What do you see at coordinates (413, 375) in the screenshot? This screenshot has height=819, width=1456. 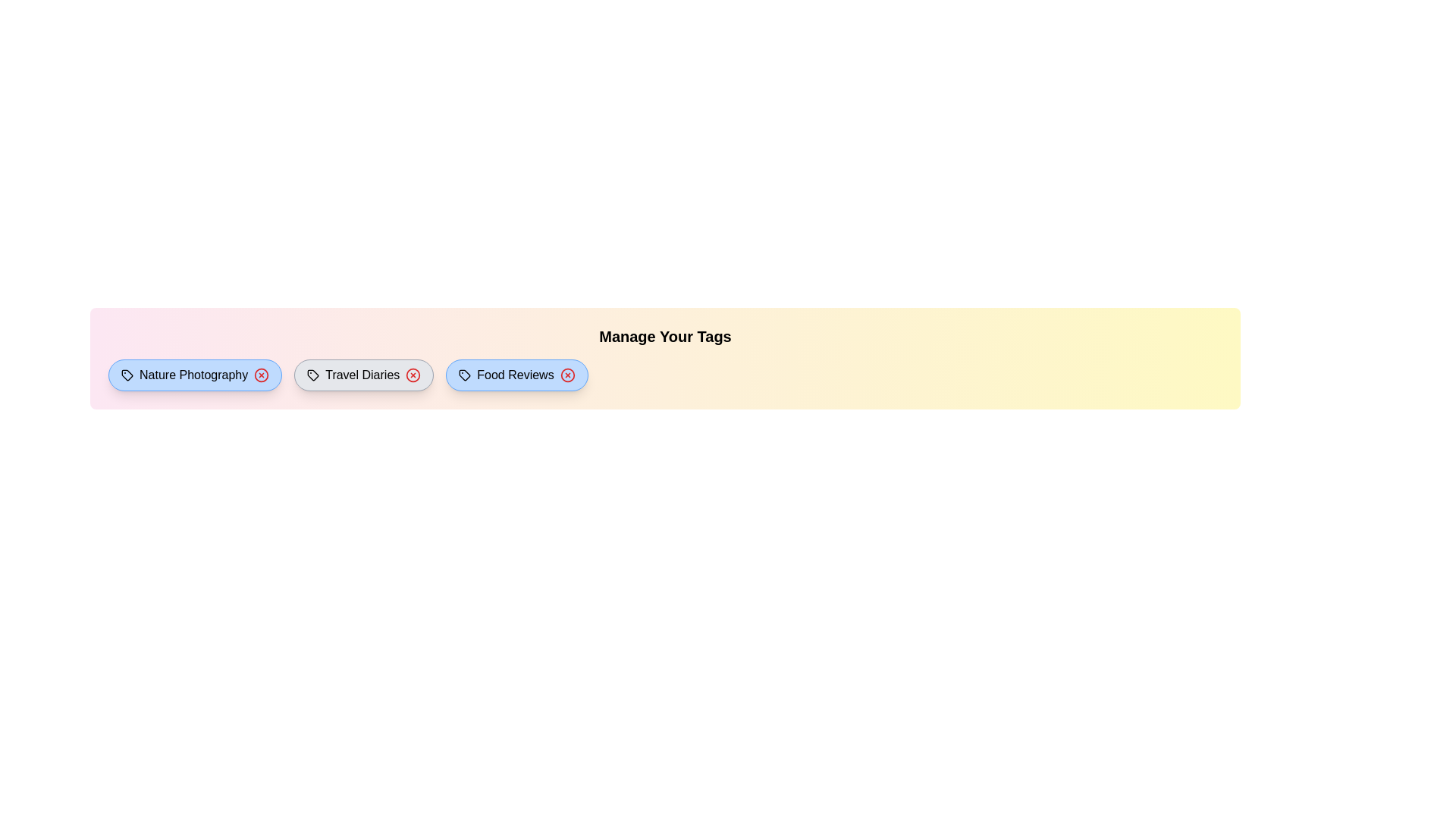 I see `the tag labeled Travel Diaries by clicking its close button` at bounding box center [413, 375].